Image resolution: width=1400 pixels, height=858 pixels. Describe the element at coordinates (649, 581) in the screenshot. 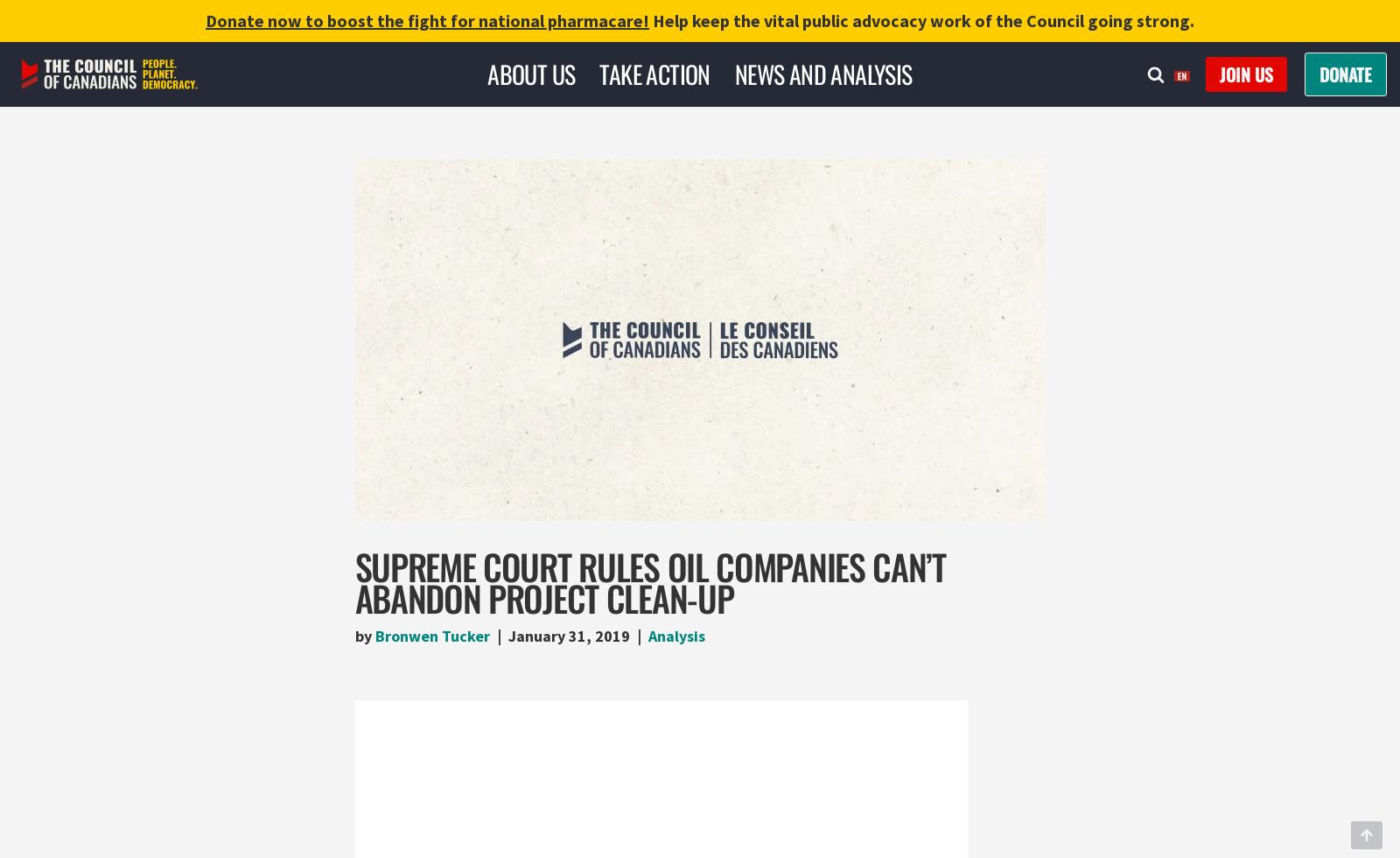

I see `'Supreme Court rules oil companies can’t abandon project clean-up'` at that location.